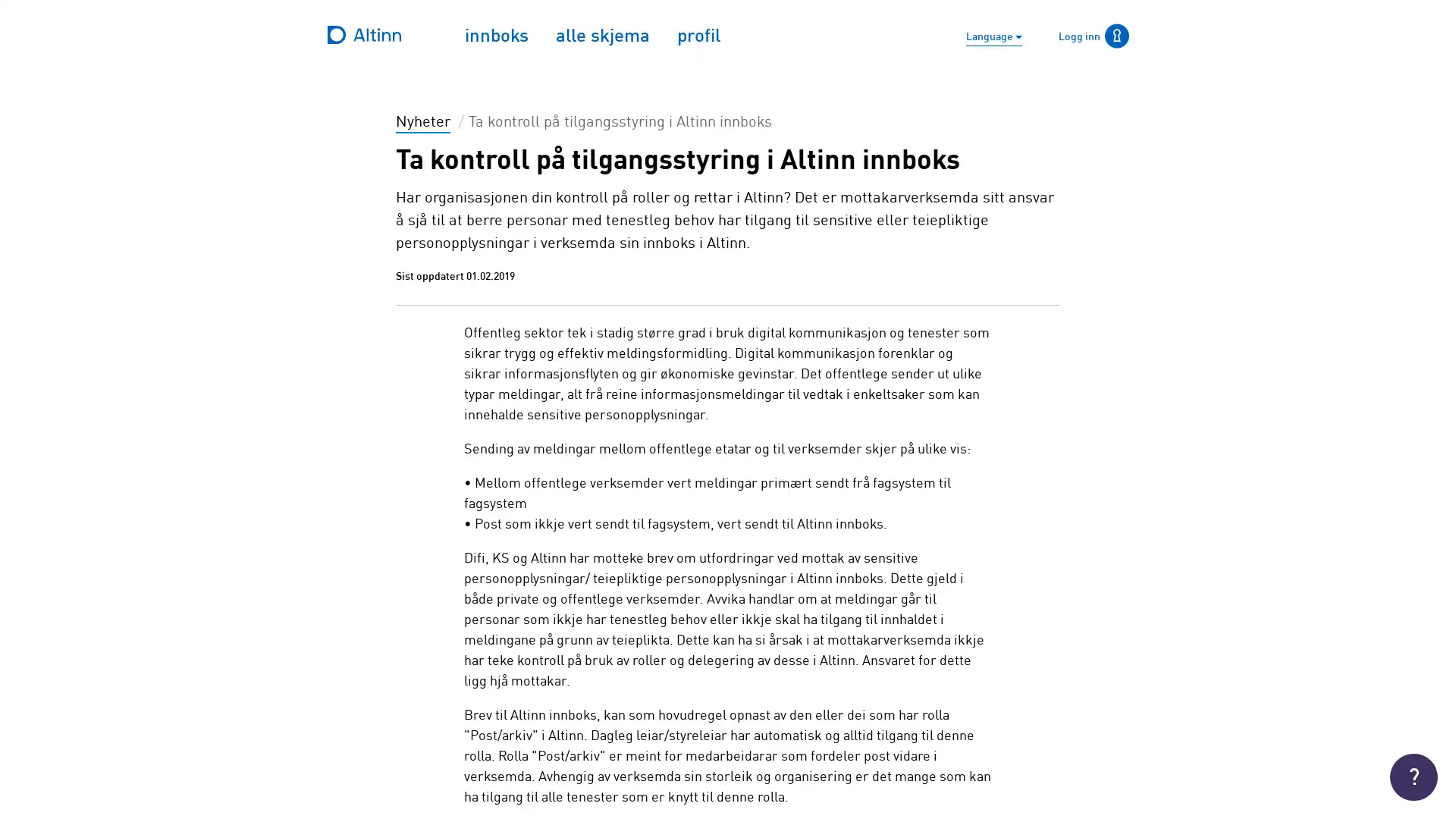 This screenshot has height=819, width=1456. What do you see at coordinates (1413, 777) in the screenshot?
I see `Trenger du hjelp ?` at bounding box center [1413, 777].